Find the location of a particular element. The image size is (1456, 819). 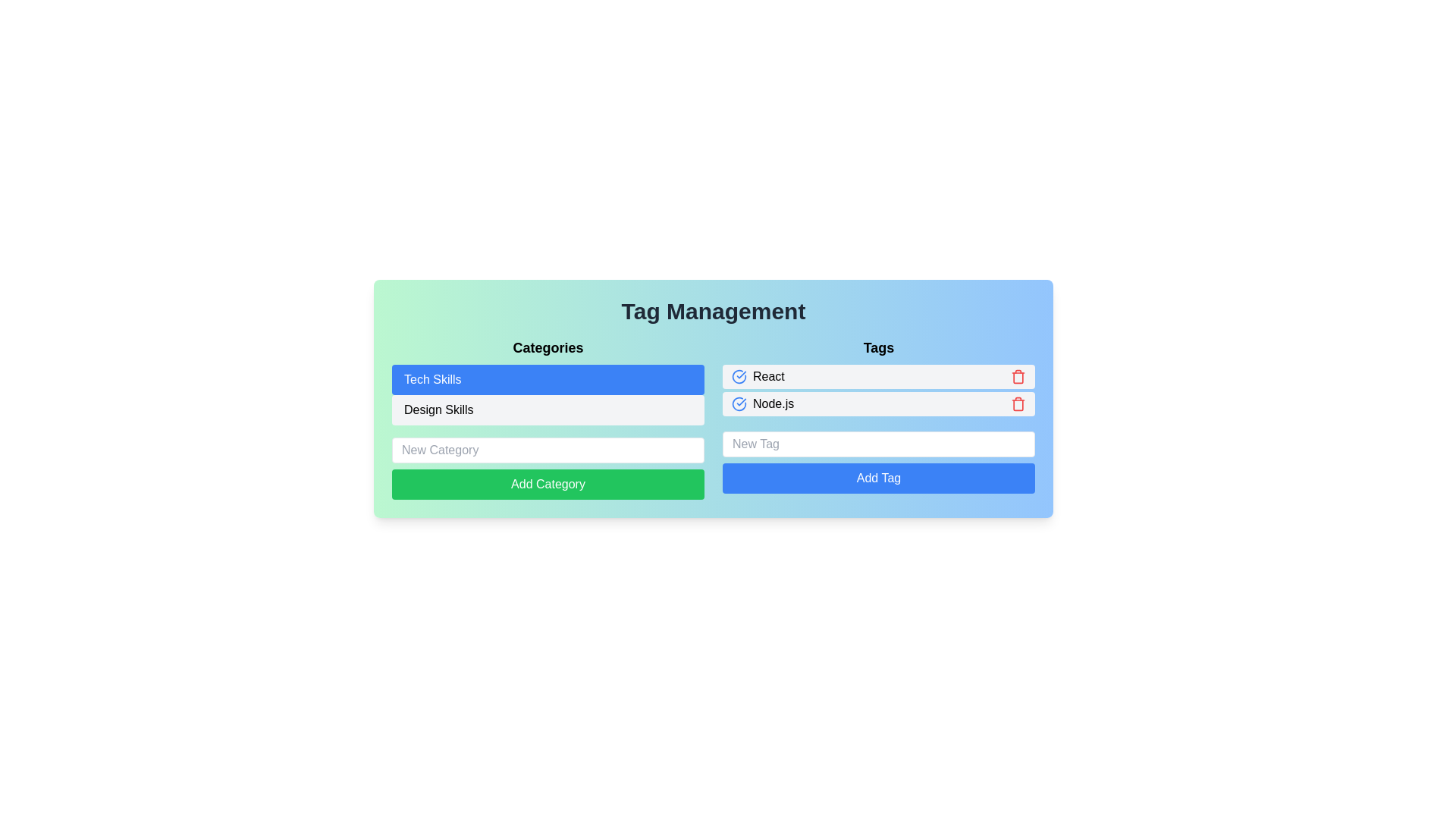

the 'React' text label with the blue check mark icon located in the 'Tags' section, specifically the first row of tags, to the left of the delete icon is located at coordinates (758, 376).